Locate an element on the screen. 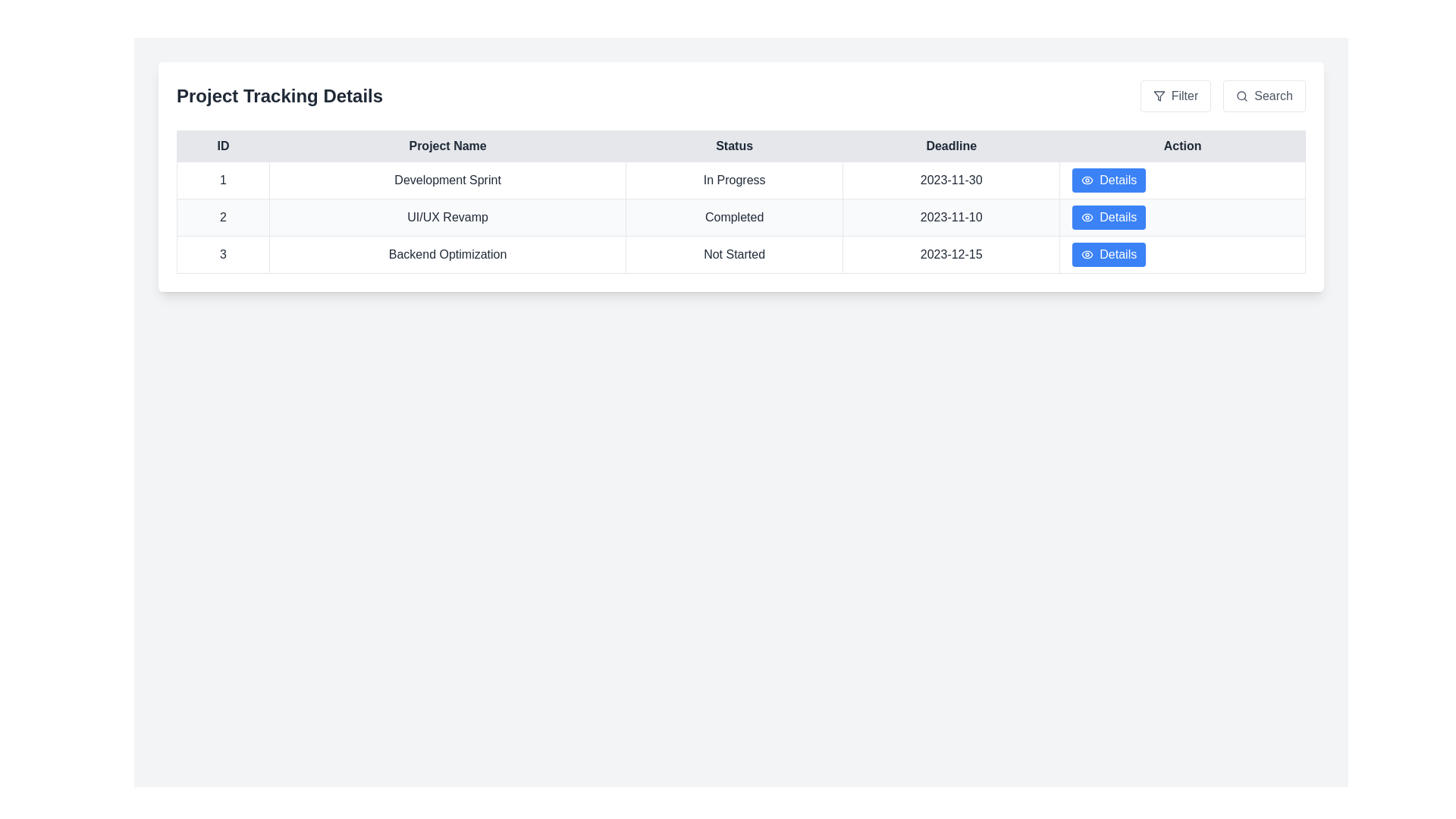  the Icon that indicates the action of viewing or revealing details, located to the left of the 'Details' text in the second row of the table is located at coordinates (1087, 217).